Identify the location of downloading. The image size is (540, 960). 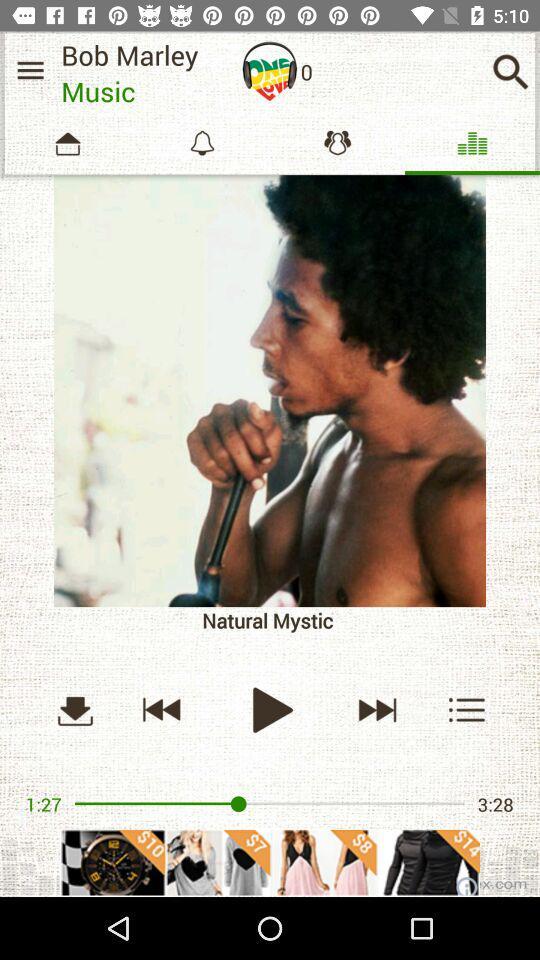
(74, 709).